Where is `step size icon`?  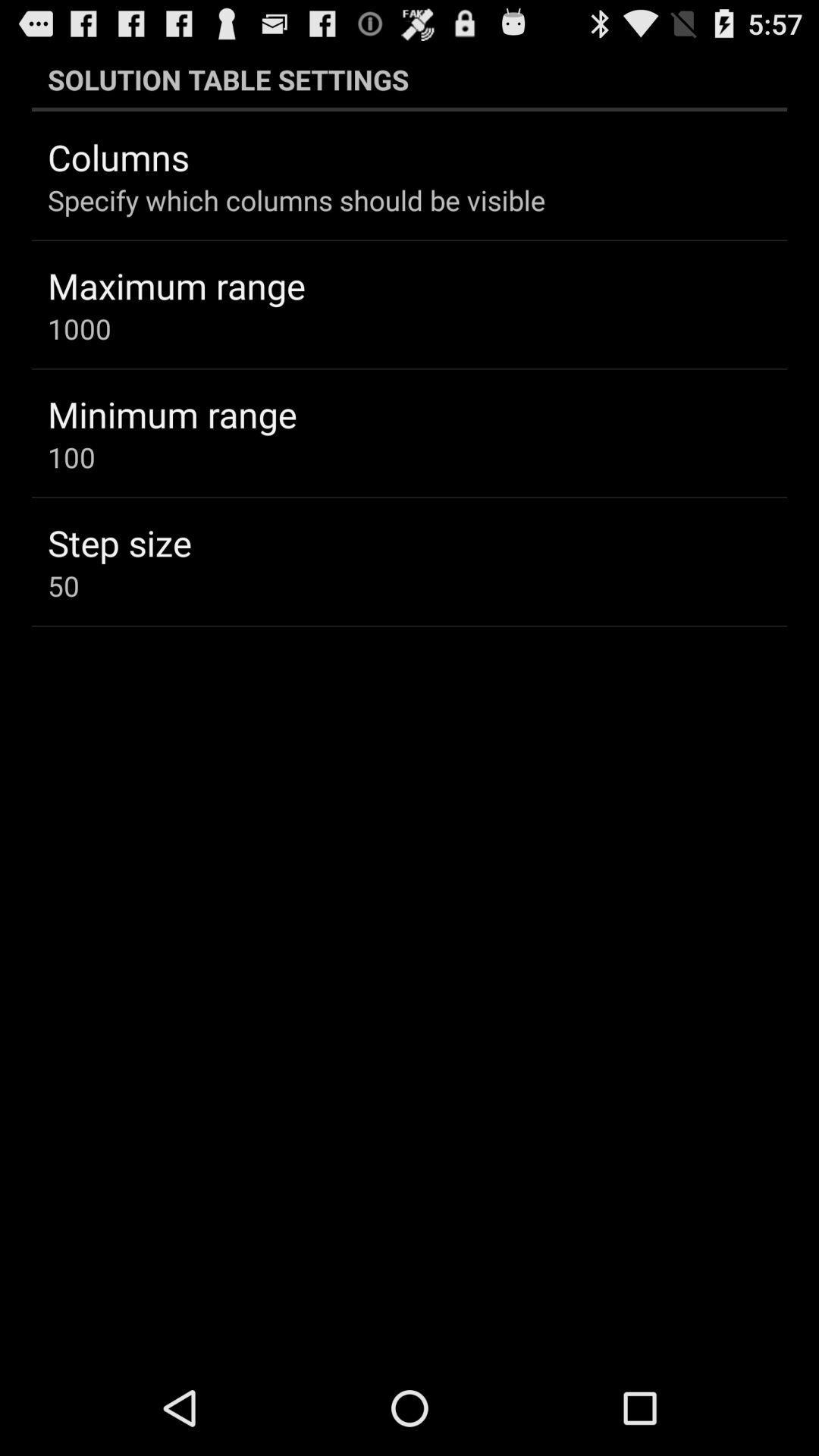
step size icon is located at coordinates (118, 542).